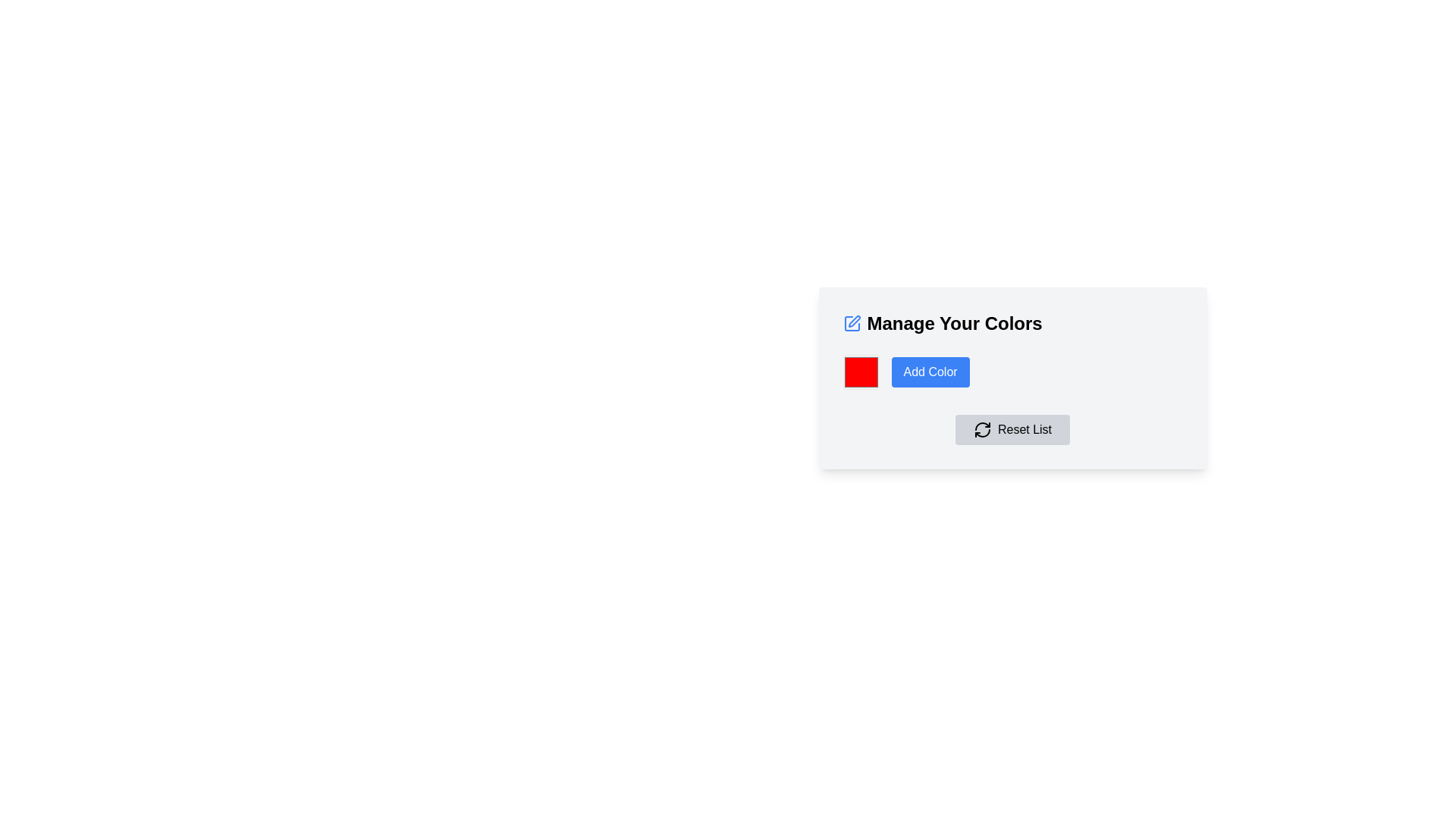 Image resolution: width=1456 pixels, height=819 pixels. Describe the element at coordinates (930, 372) in the screenshot. I see `the 'Add Color' button, which has a rounded rectangular shape with a blue background and is located in the upper-right section of the 'Manage Your Colors' interface` at that location.